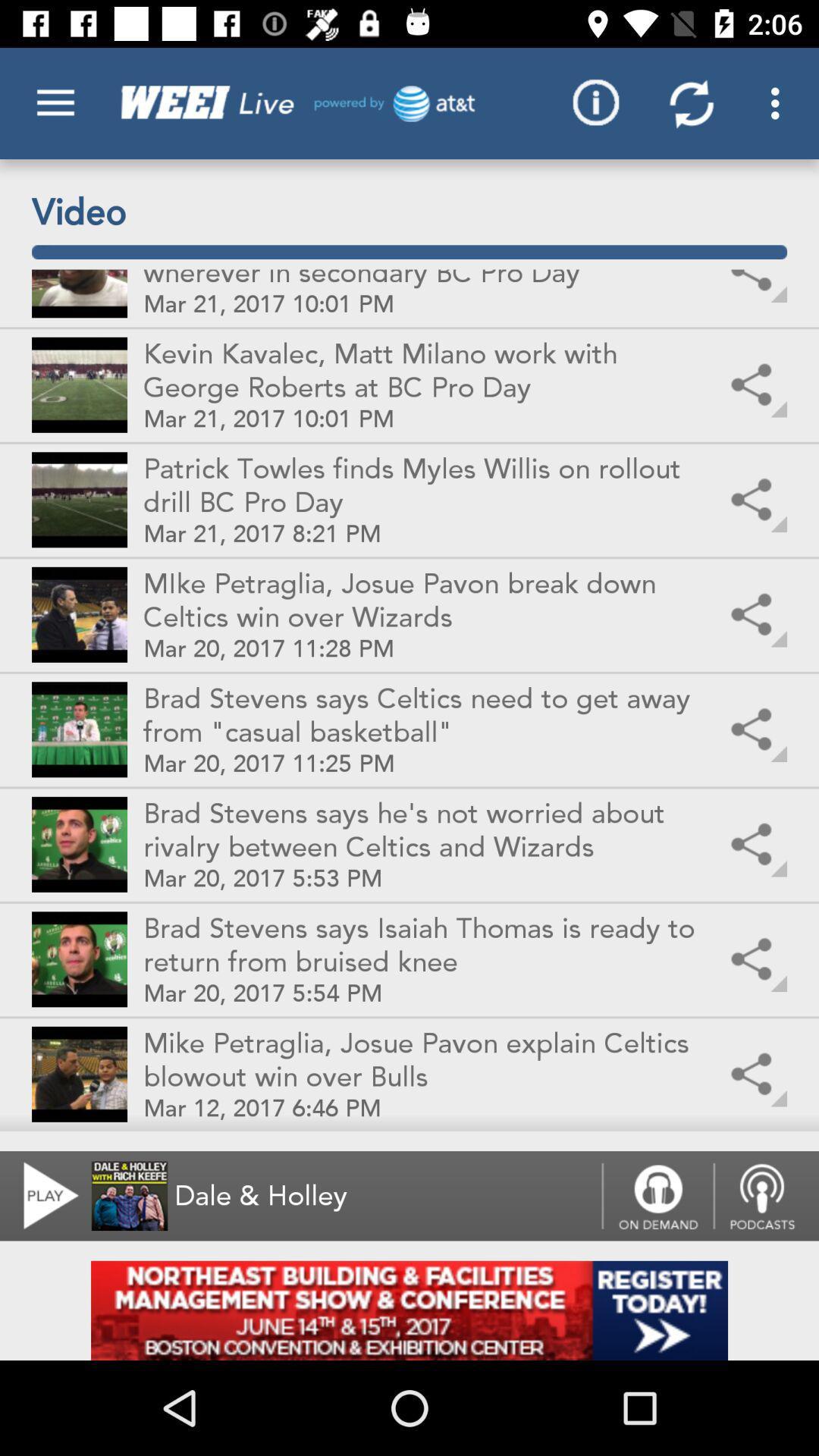 The image size is (819, 1456). I want to click on the 6th share icon, so click(755, 844).